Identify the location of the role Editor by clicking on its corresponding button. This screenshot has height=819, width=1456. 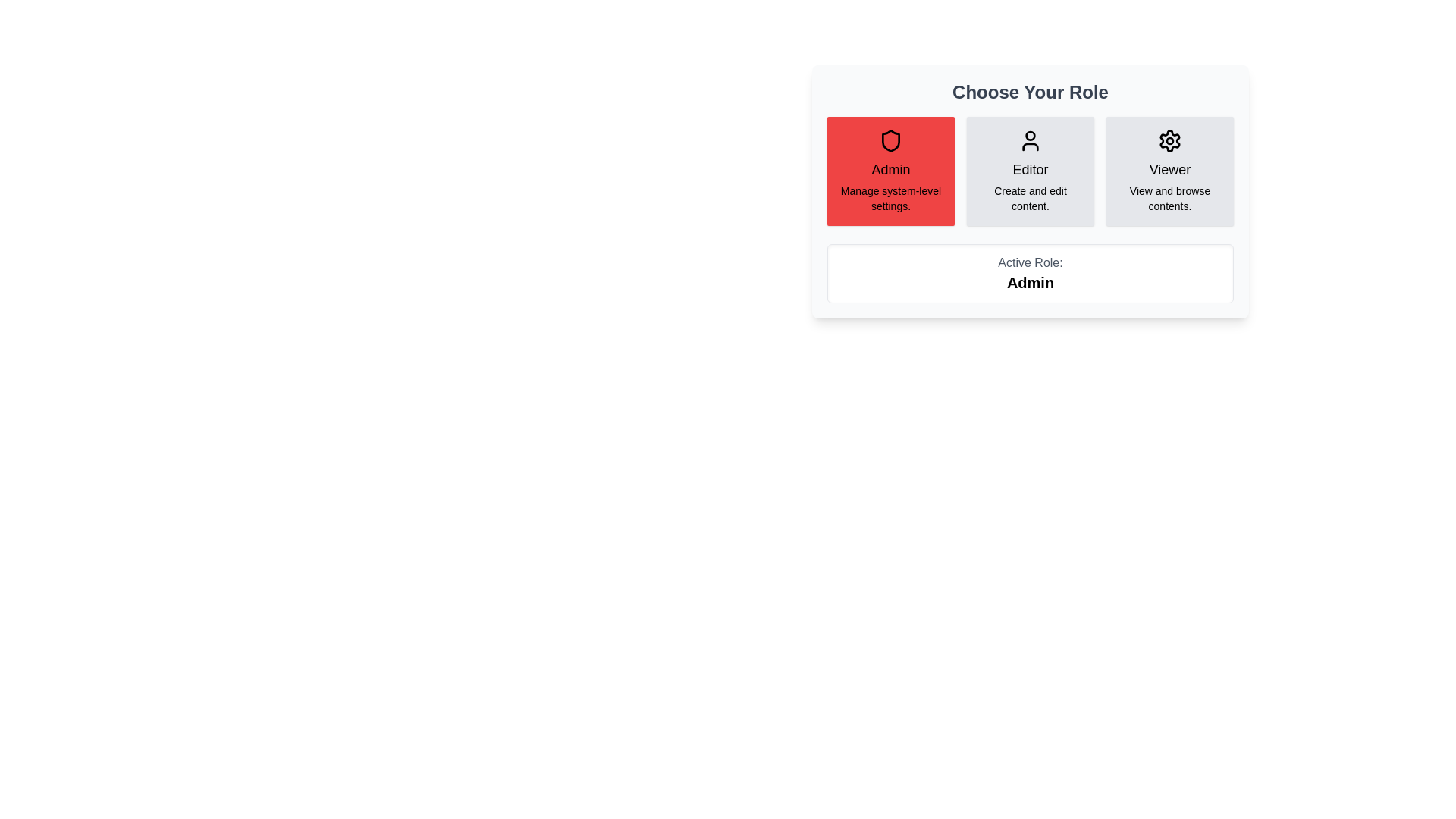
(1030, 171).